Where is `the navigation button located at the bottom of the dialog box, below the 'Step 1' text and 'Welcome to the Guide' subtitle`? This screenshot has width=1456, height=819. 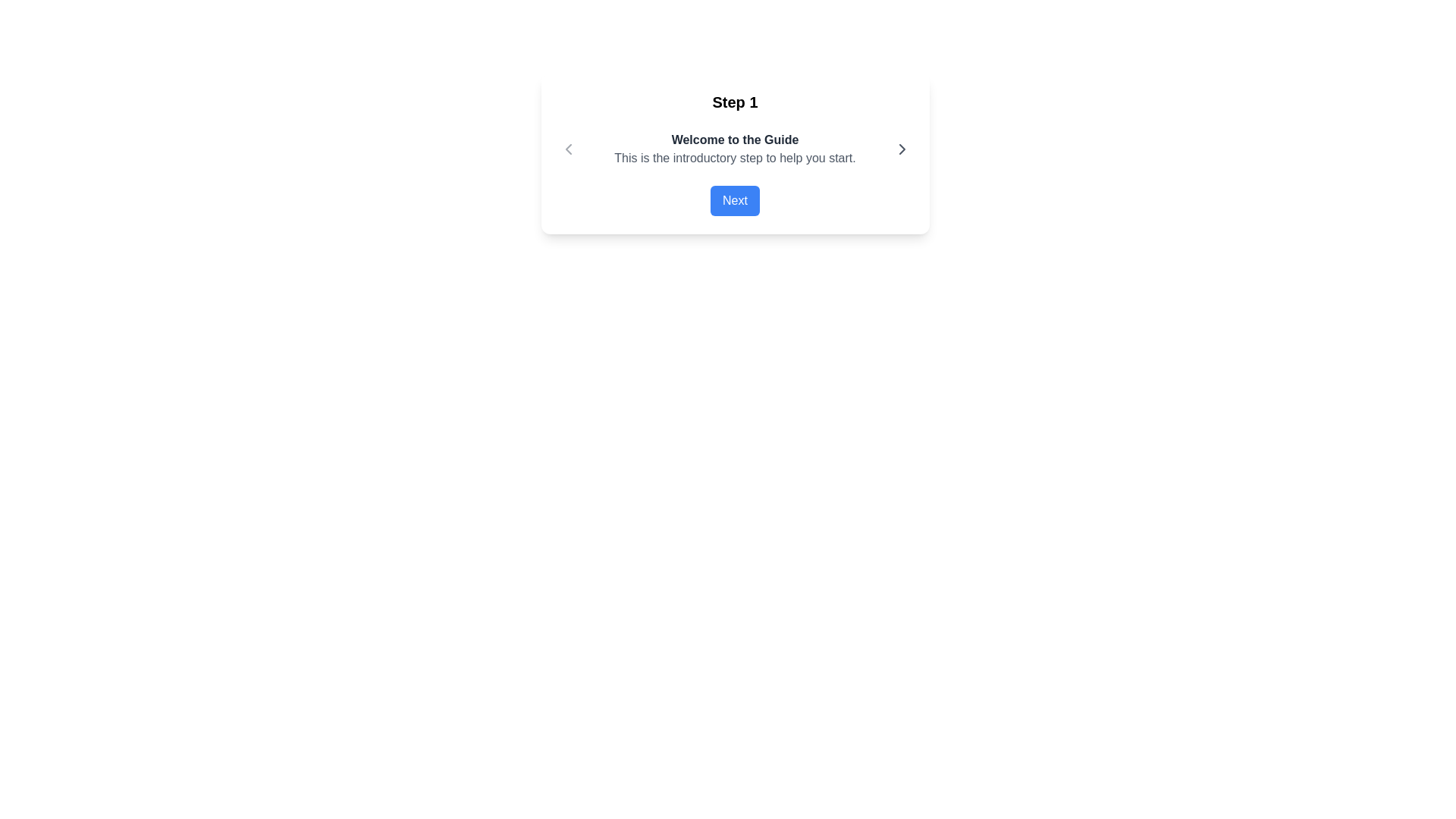
the navigation button located at the bottom of the dialog box, below the 'Step 1' text and 'Welcome to the Guide' subtitle is located at coordinates (735, 200).